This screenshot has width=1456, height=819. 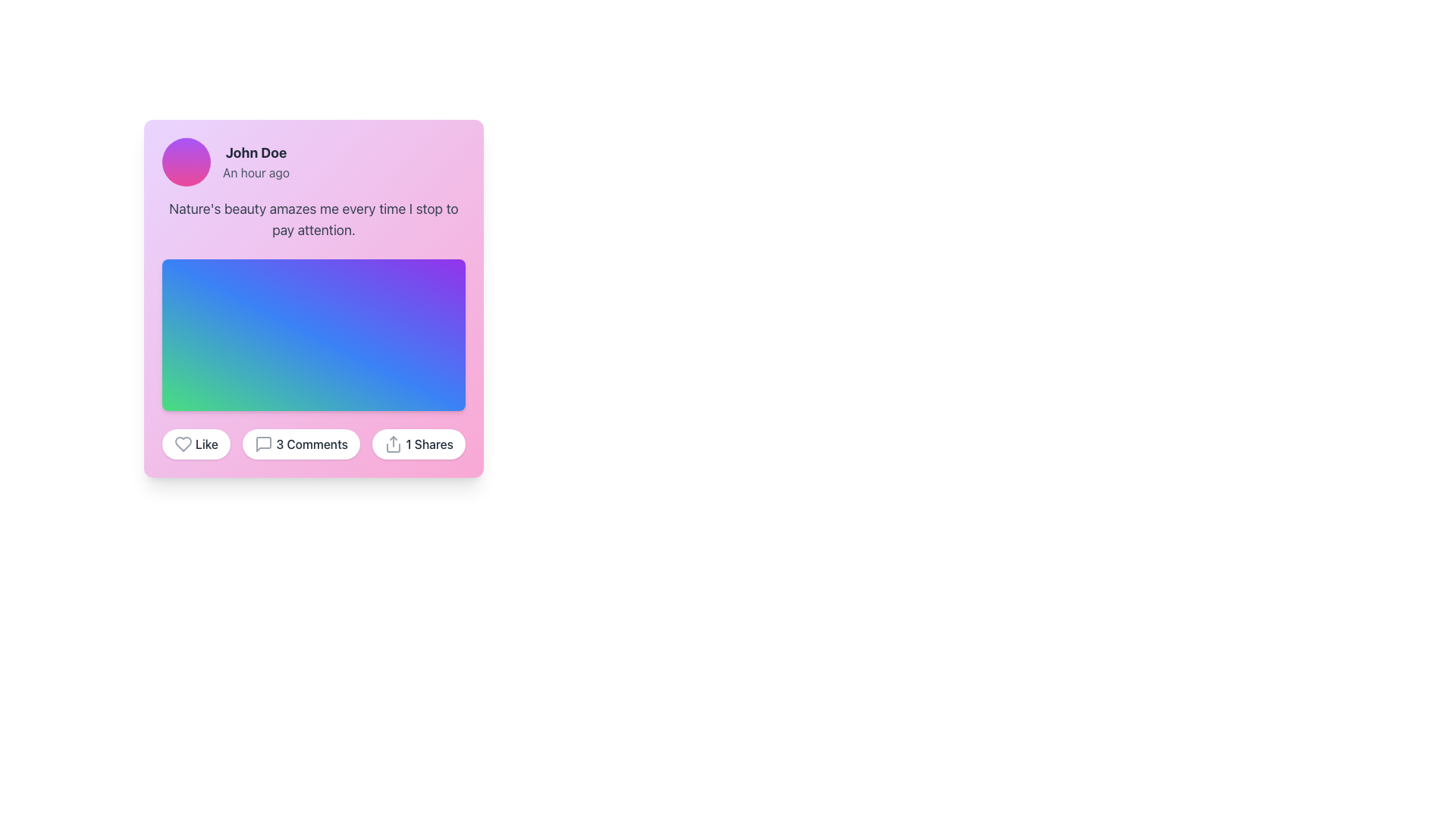 What do you see at coordinates (301, 444) in the screenshot?
I see `the comment button, which is the second button in a row of three buttons at the bottom of the card, positioned between the 'Like' button and the '1 Shares' button` at bounding box center [301, 444].